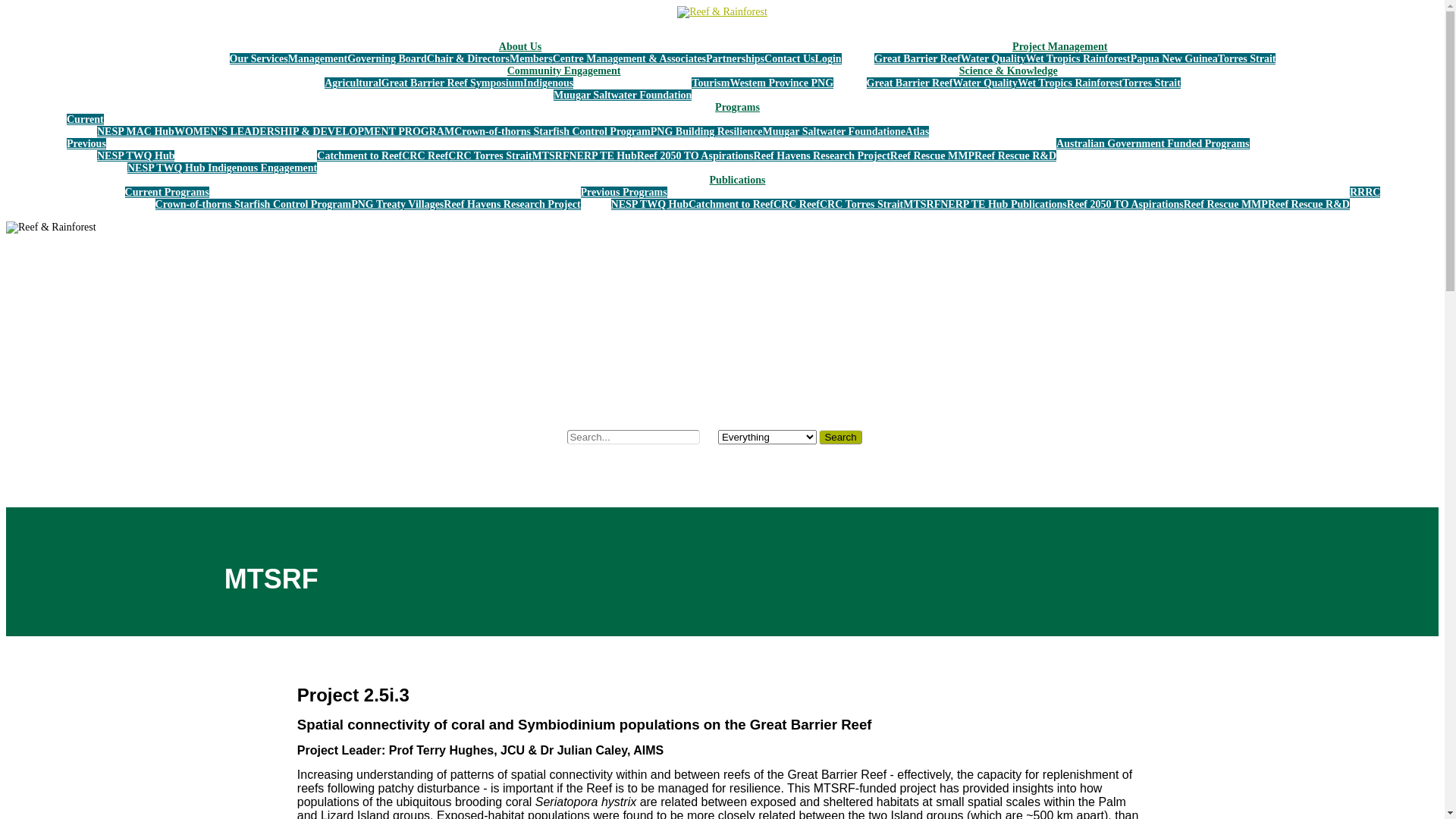  I want to click on 'Project Management', so click(1059, 45).